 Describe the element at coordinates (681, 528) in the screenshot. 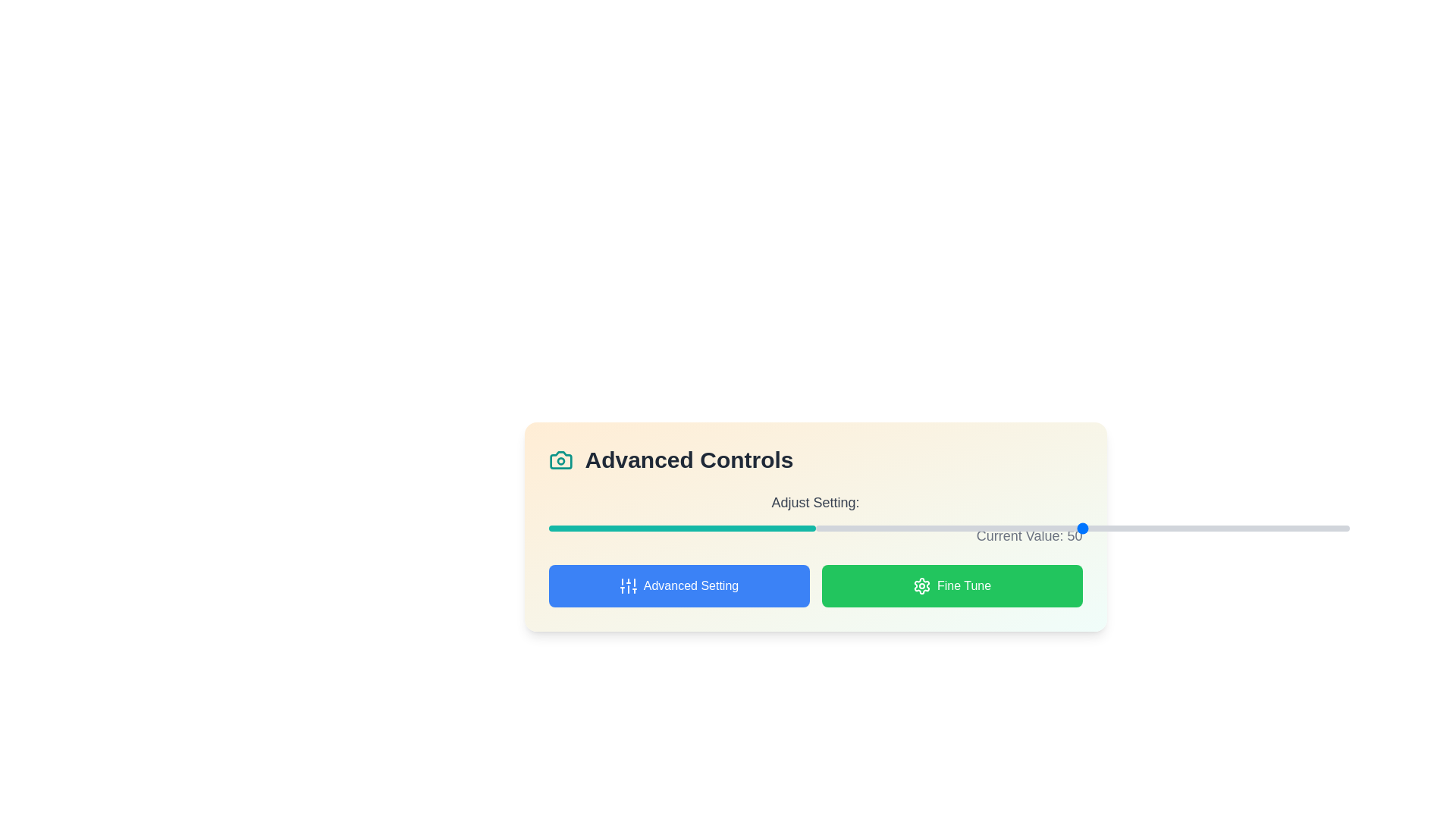

I see `the Progress bar or slider fill indicator that visually represents a filled portion of a slider component, indicating a value of 50%` at that location.